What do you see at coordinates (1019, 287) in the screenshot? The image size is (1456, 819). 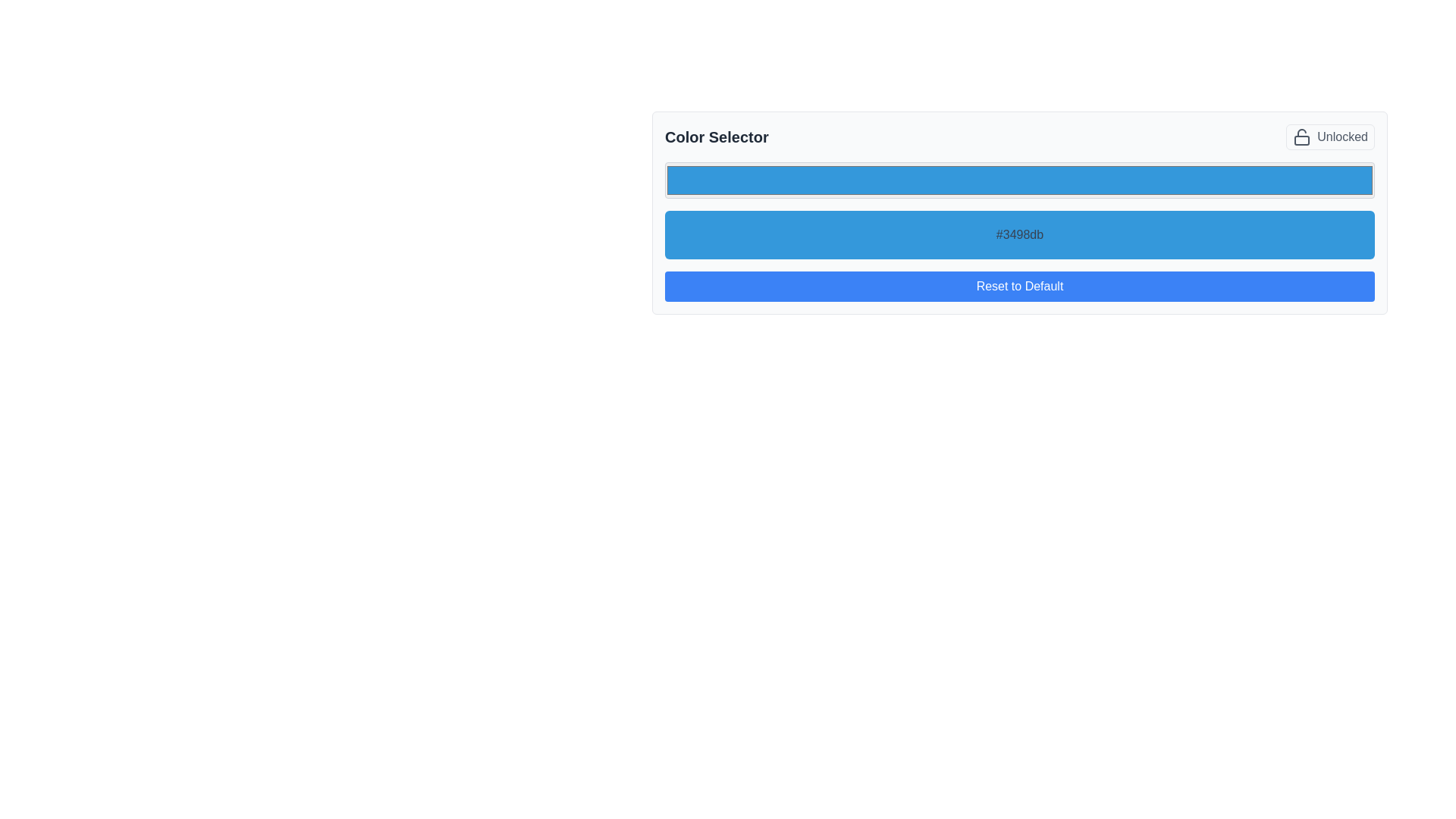 I see `the blue button labeled 'Reset to Default'` at bounding box center [1019, 287].